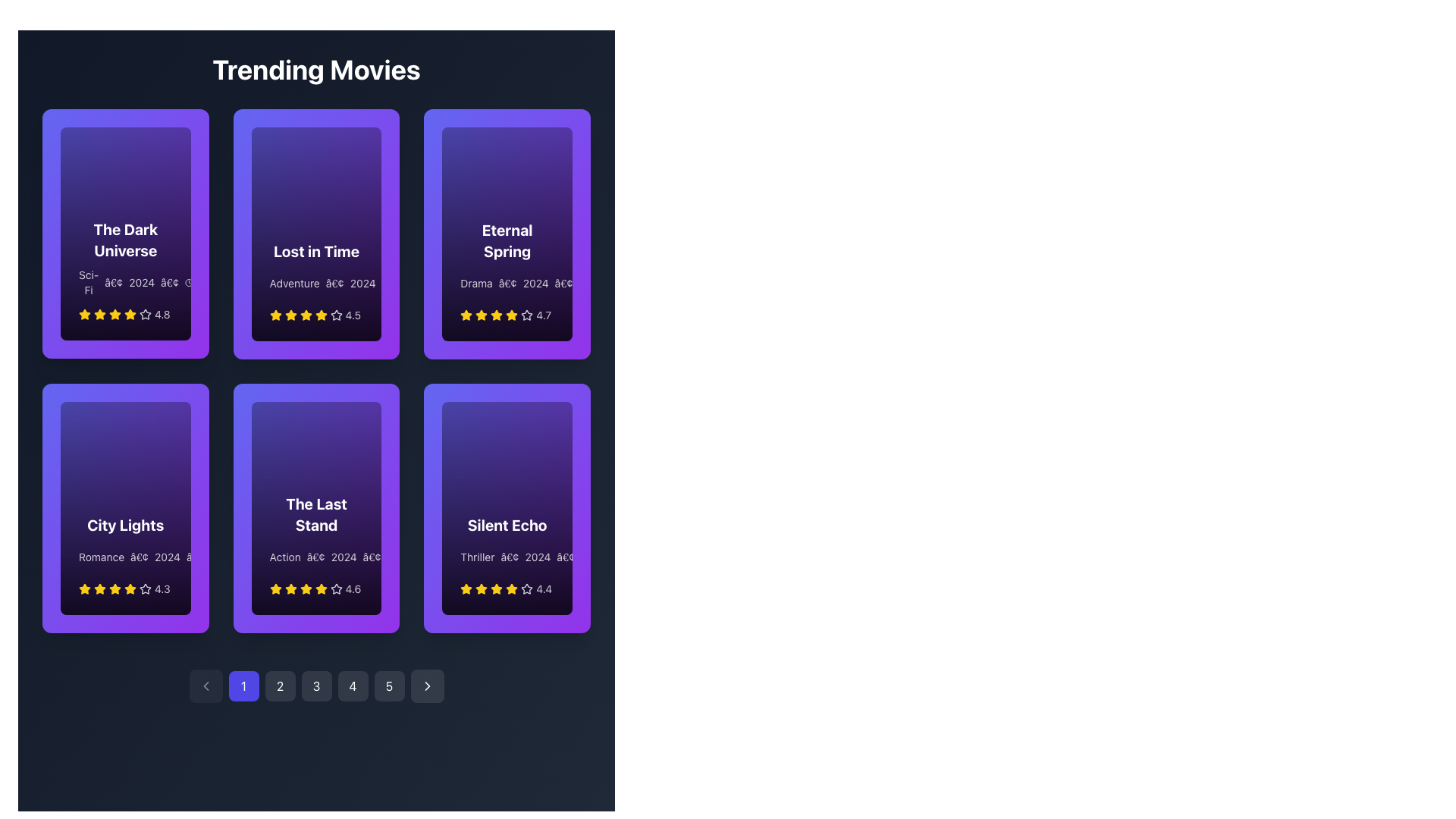  Describe the element at coordinates (83, 587) in the screenshot. I see `the first star icon in the rating system for the movie 'City Lights', which is styled in yellow and indicates a rating of 4.3` at that location.